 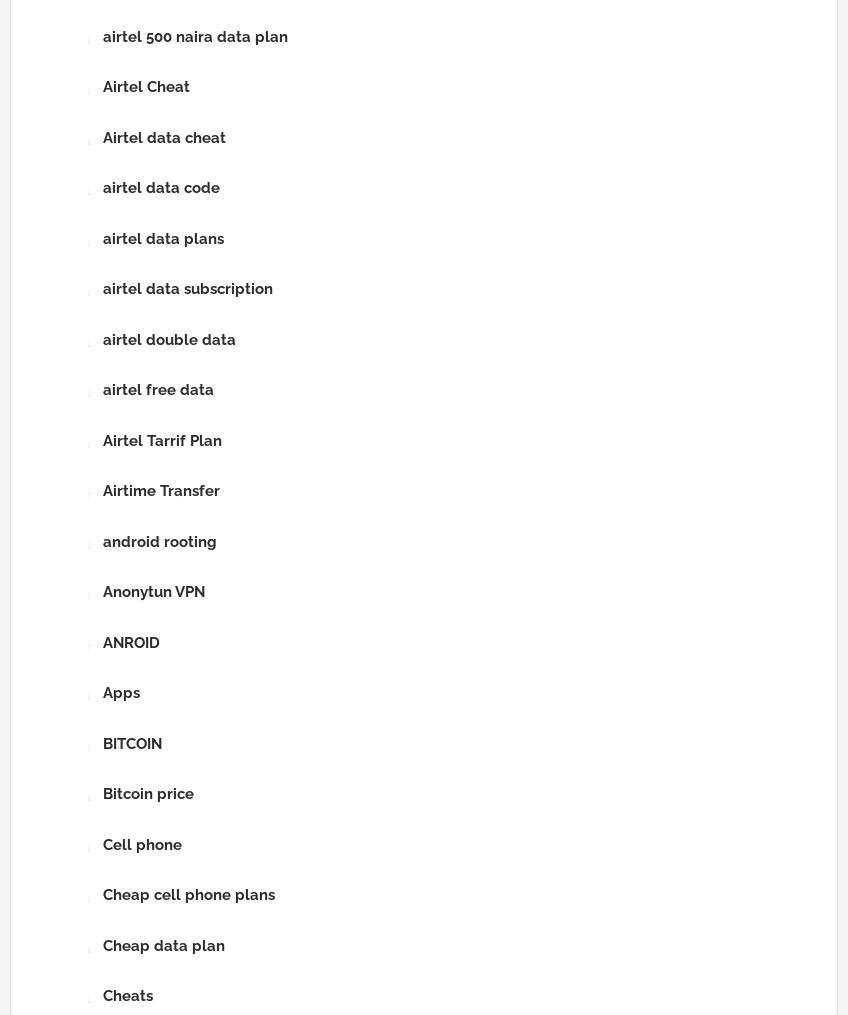 What do you see at coordinates (152, 591) in the screenshot?
I see `'Anonytun VPN'` at bounding box center [152, 591].